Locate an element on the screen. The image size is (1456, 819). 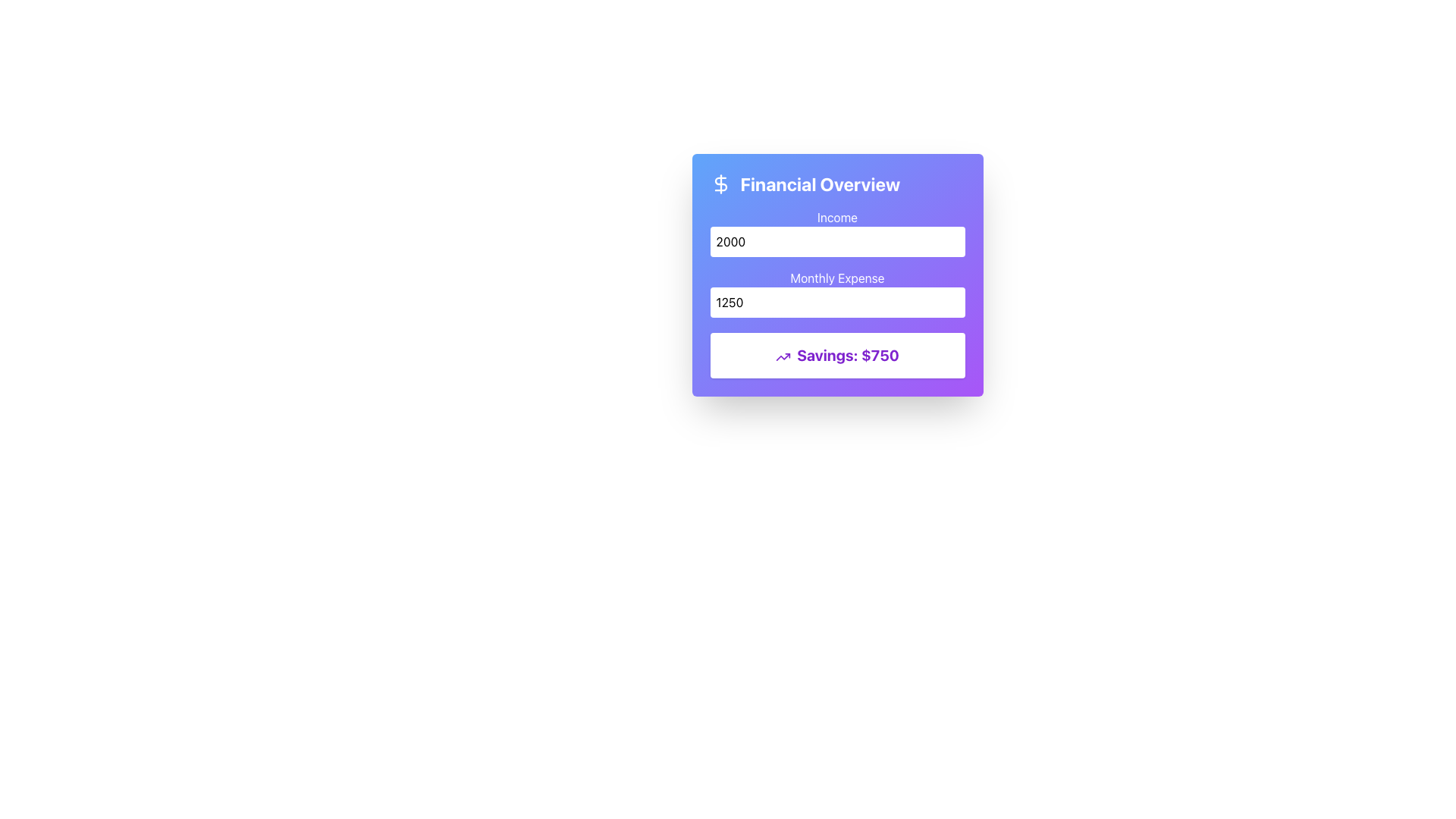
the static text label that displays the user's savings, located below the 'Income' and 'Monthly Expense' fields in the financial overview card is located at coordinates (836, 356).